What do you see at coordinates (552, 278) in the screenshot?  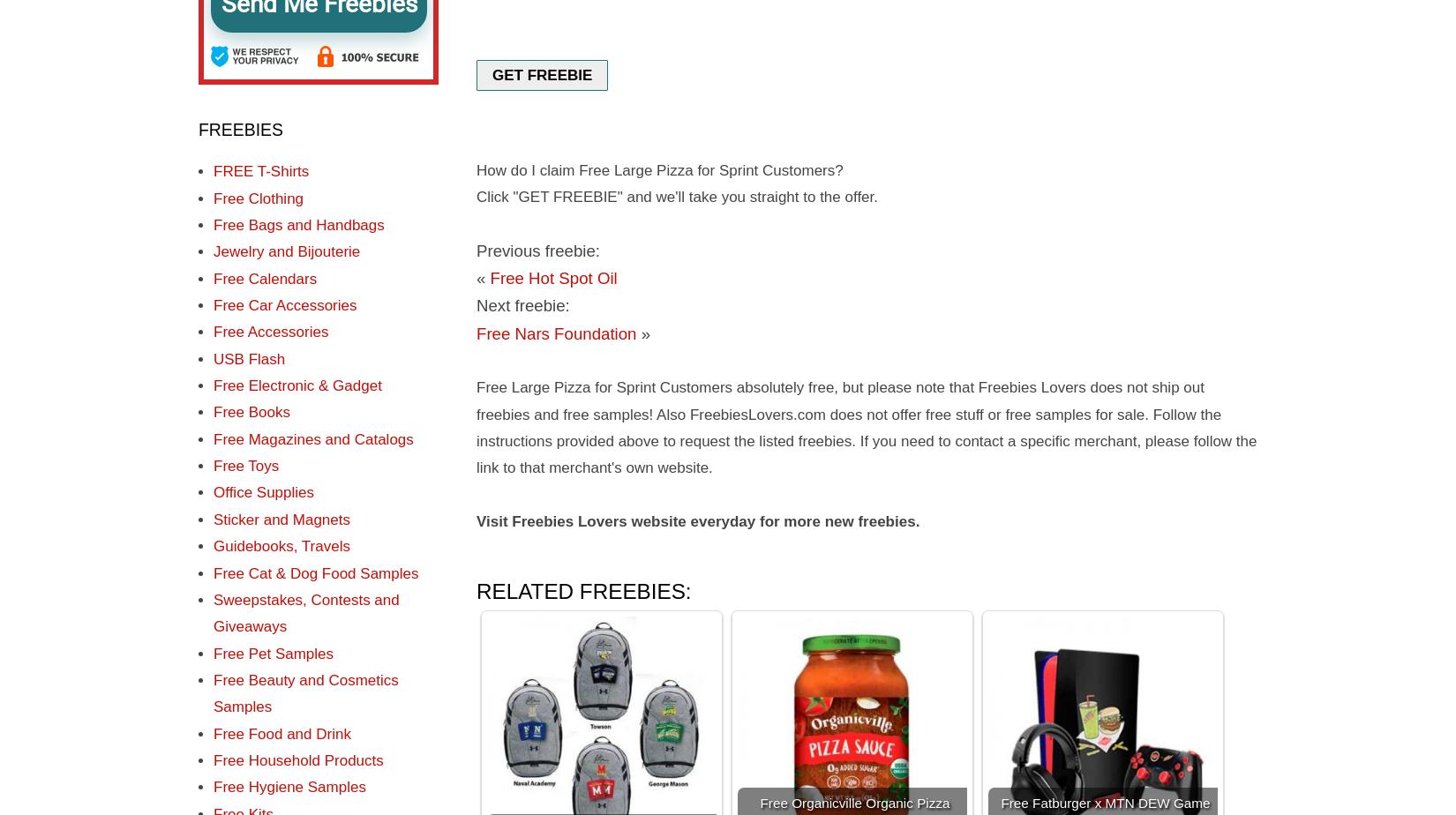 I see `'Free Hot Spot Oil'` at bounding box center [552, 278].